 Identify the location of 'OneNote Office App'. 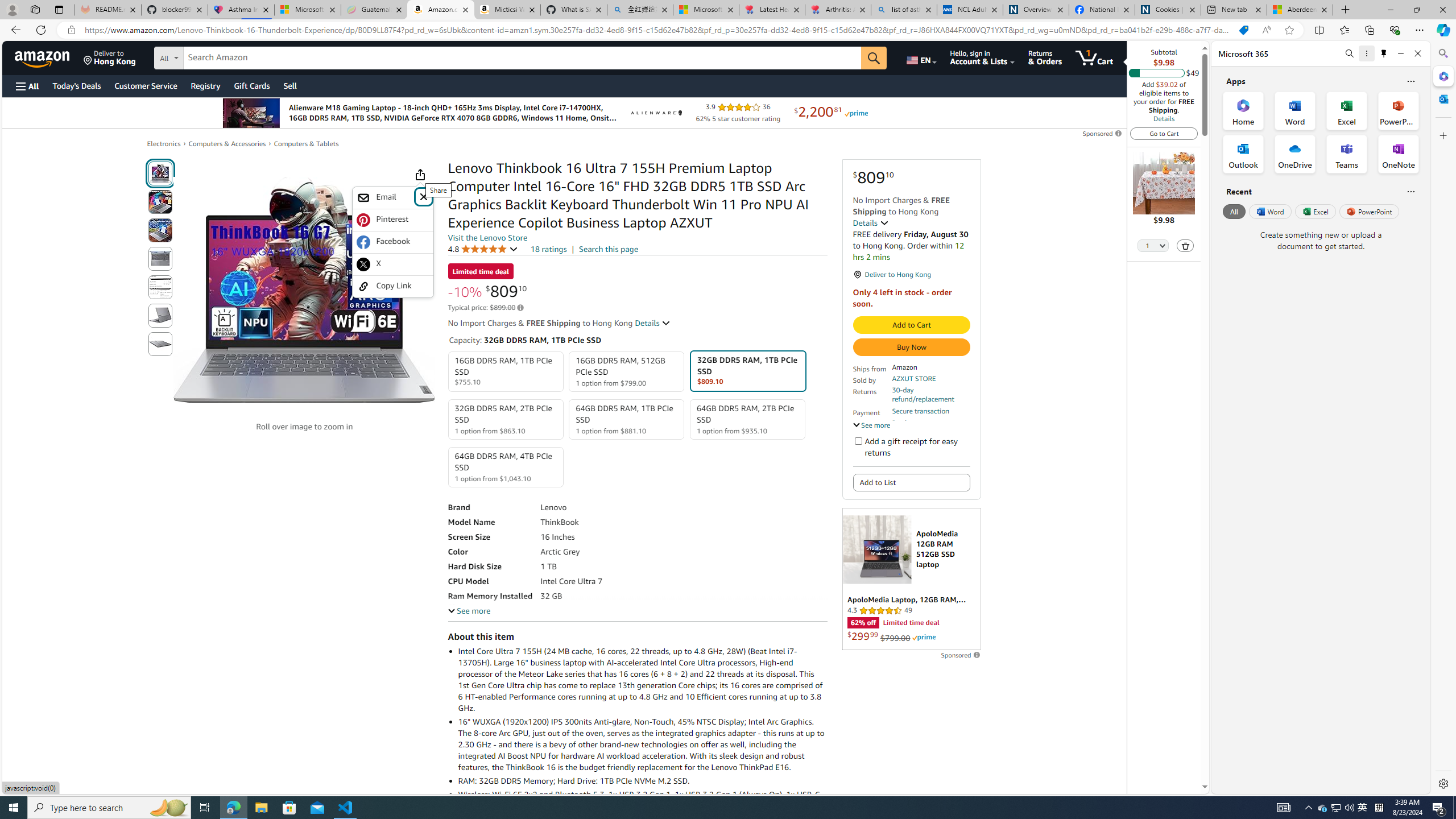
(1398, 154).